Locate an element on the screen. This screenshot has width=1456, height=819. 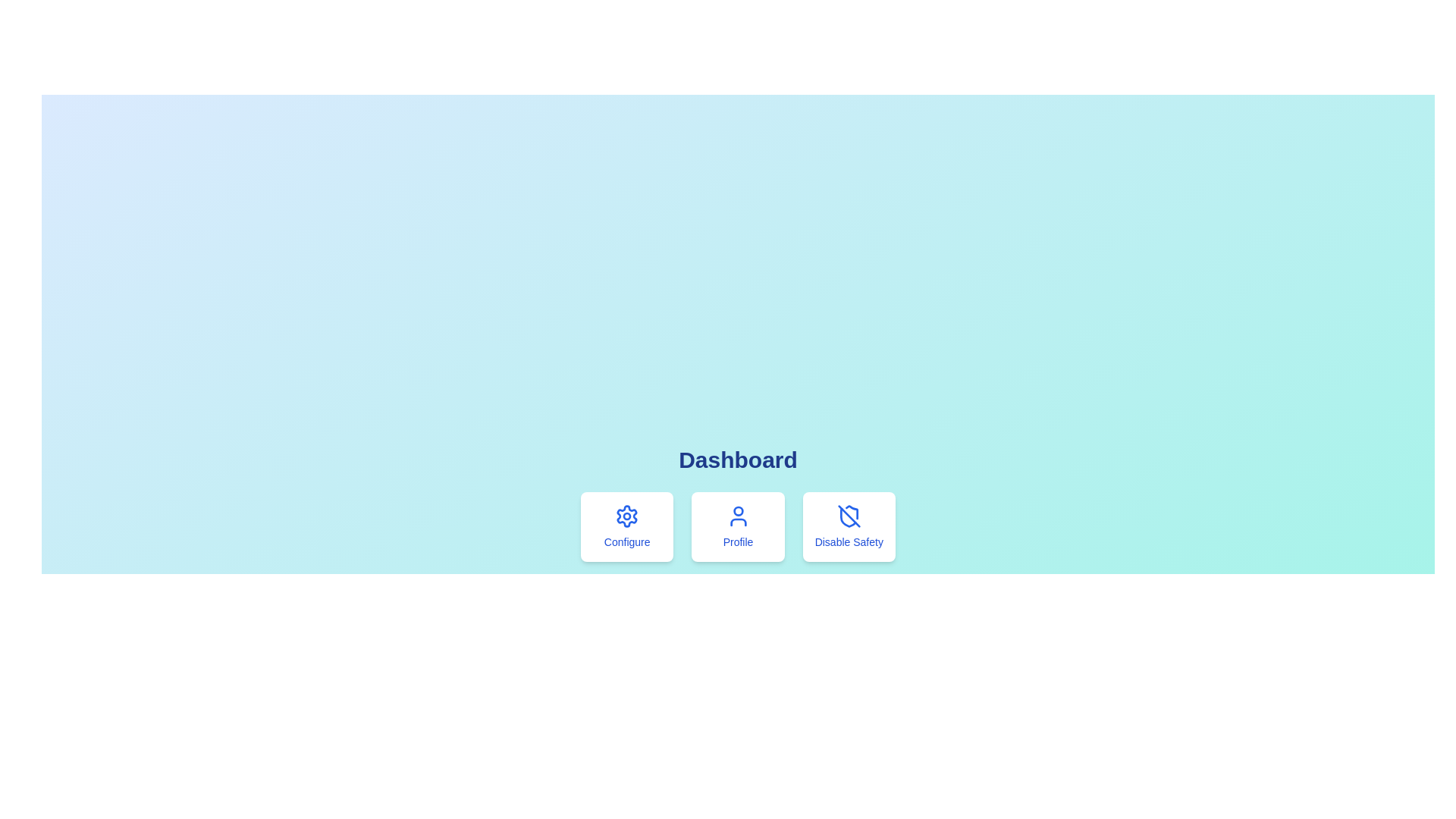
the leftmost button in the grid layout is located at coordinates (627, 526).